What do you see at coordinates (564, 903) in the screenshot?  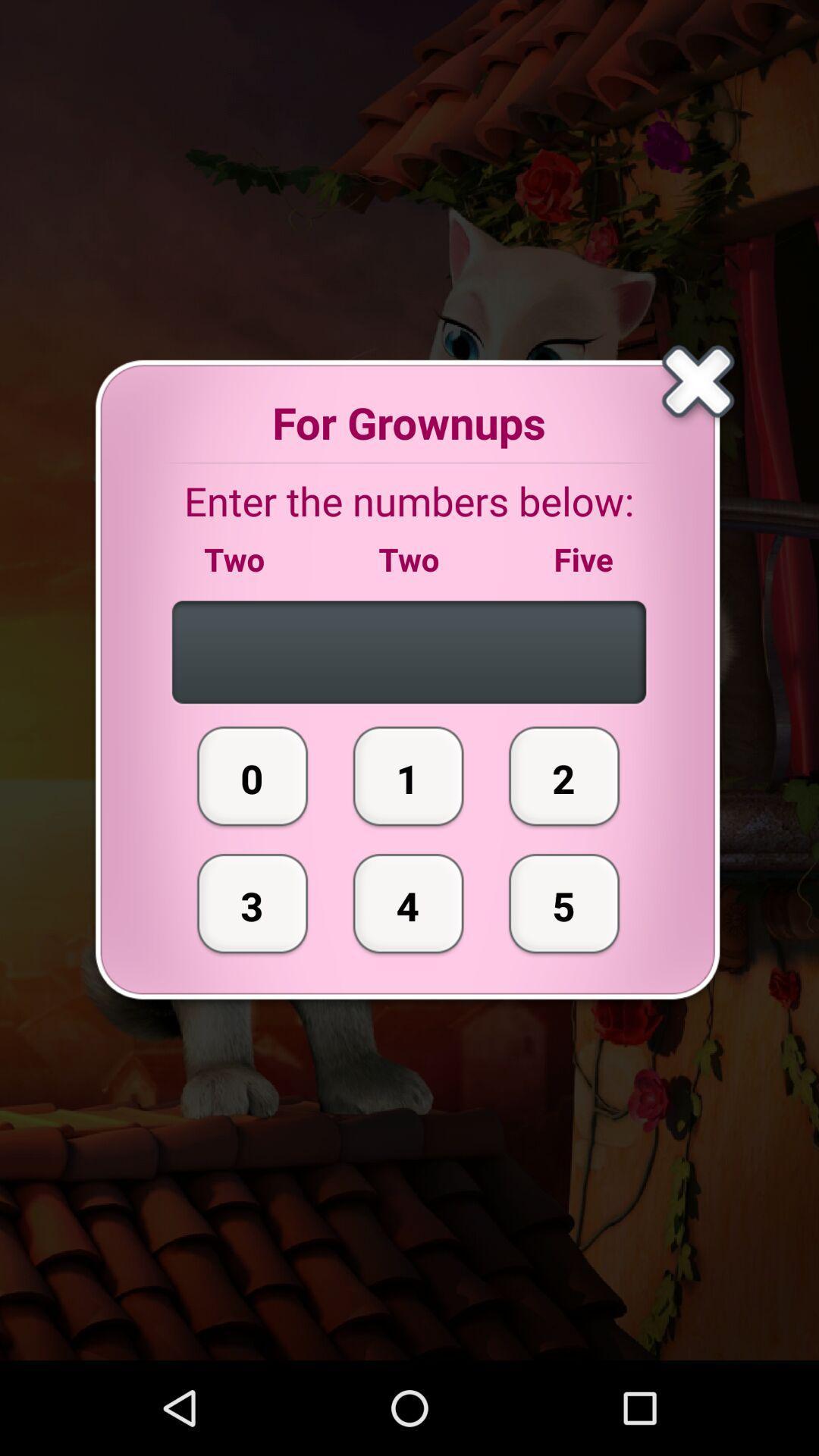 I see `button to the right of the 1` at bounding box center [564, 903].